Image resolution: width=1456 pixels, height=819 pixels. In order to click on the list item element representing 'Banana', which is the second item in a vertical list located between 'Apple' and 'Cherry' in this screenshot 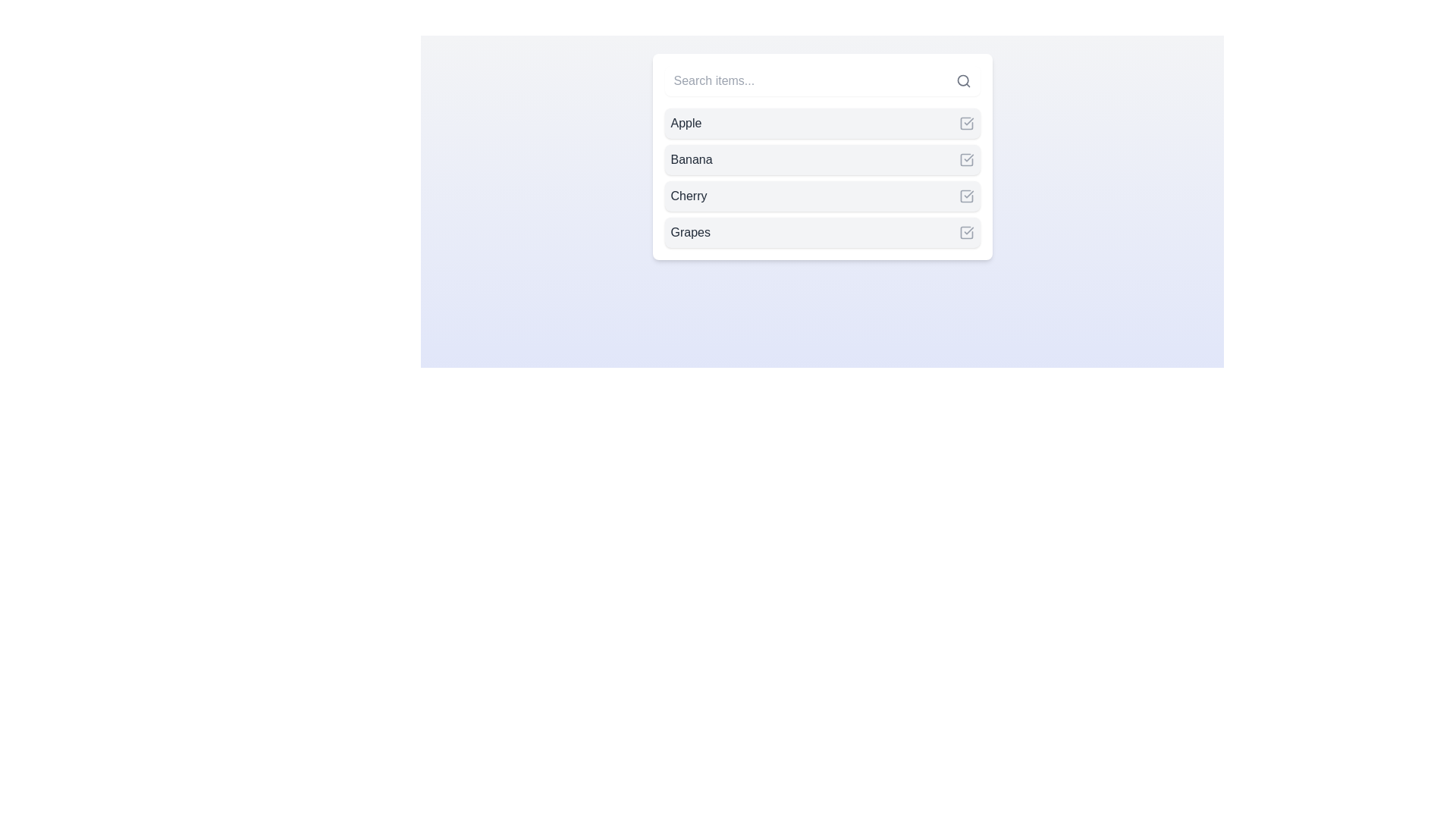, I will do `click(821, 160)`.